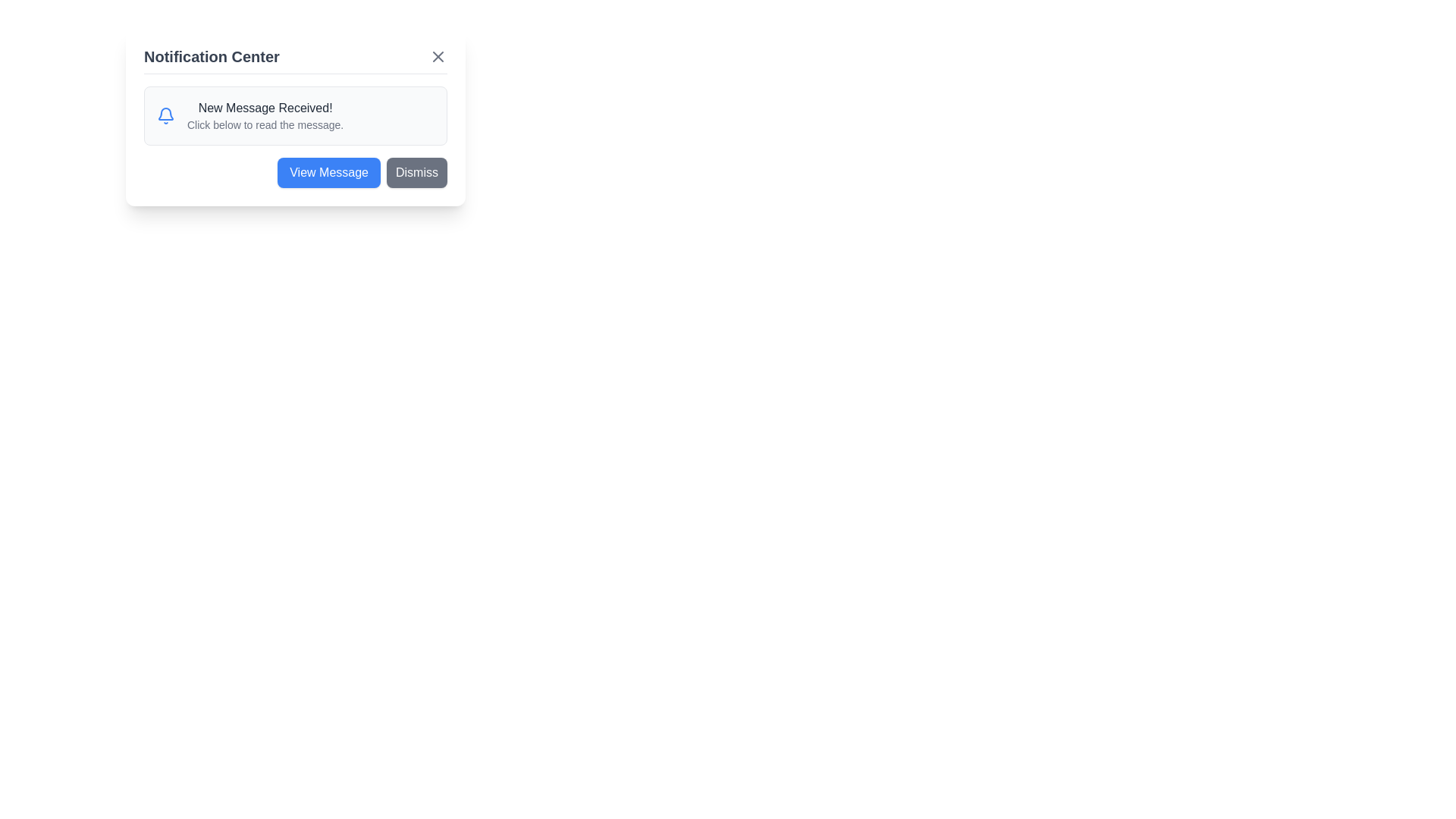 This screenshot has width=1456, height=819. What do you see at coordinates (211, 55) in the screenshot?
I see `the 'Notification Center' static text element, which is a prominent header in the notification panel's header bar` at bounding box center [211, 55].